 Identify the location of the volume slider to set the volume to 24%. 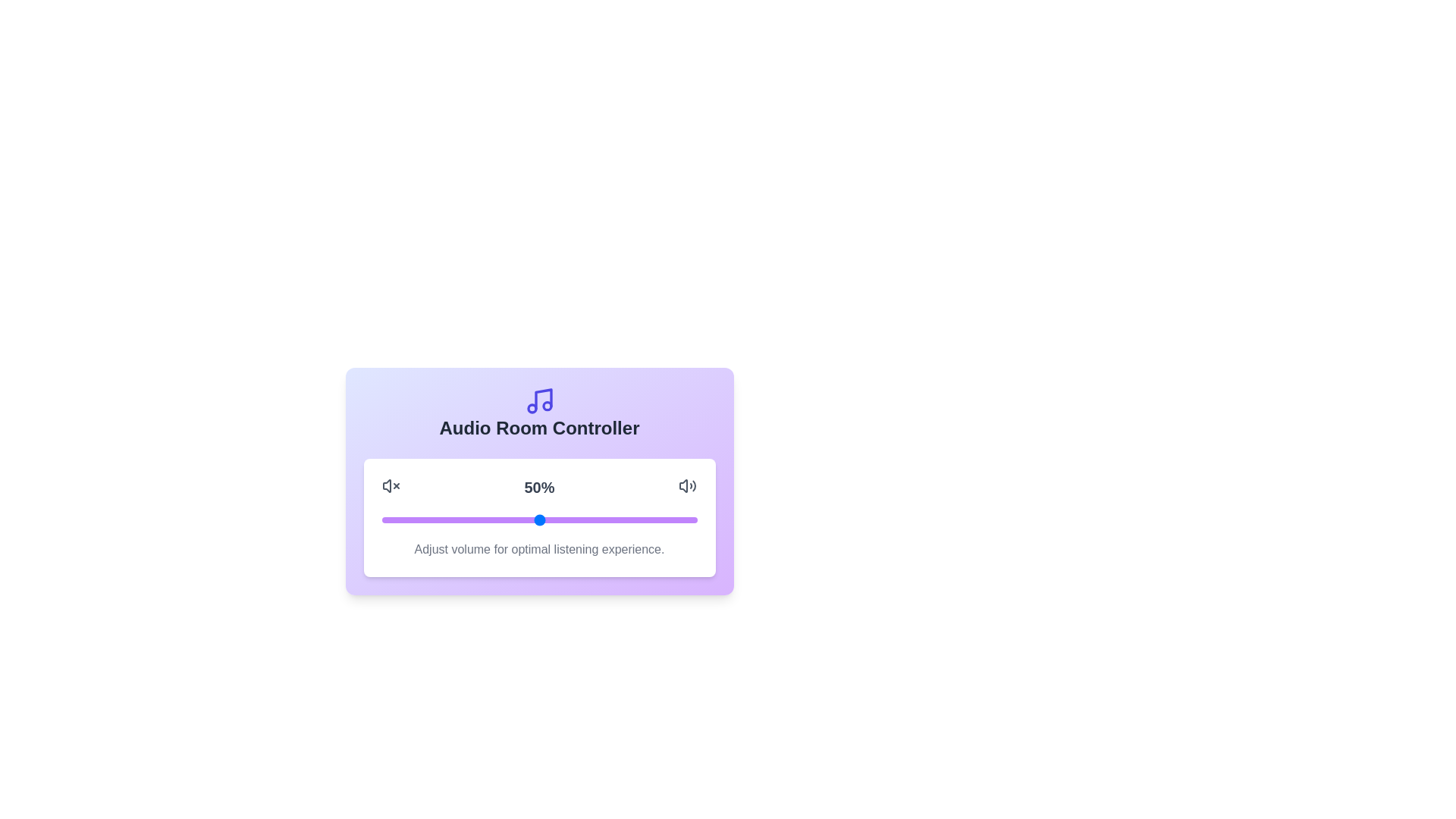
(457, 519).